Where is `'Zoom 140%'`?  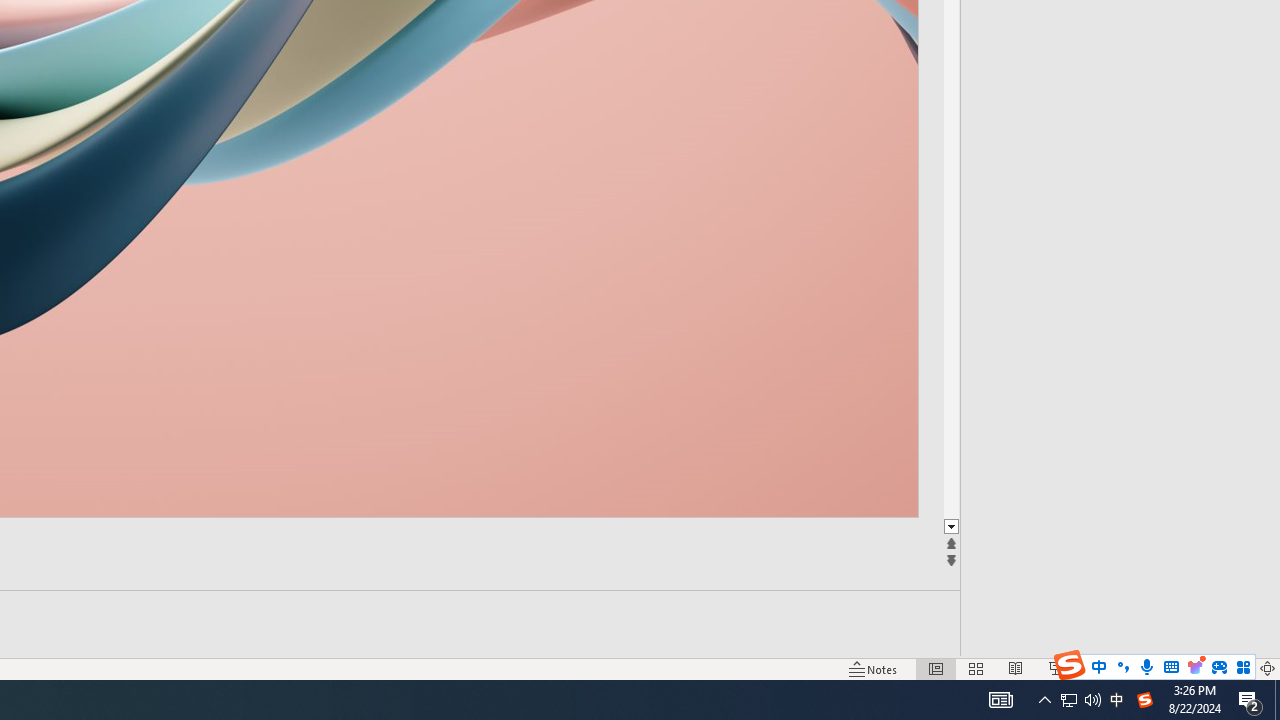 'Zoom 140%' is located at coordinates (1233, 669).